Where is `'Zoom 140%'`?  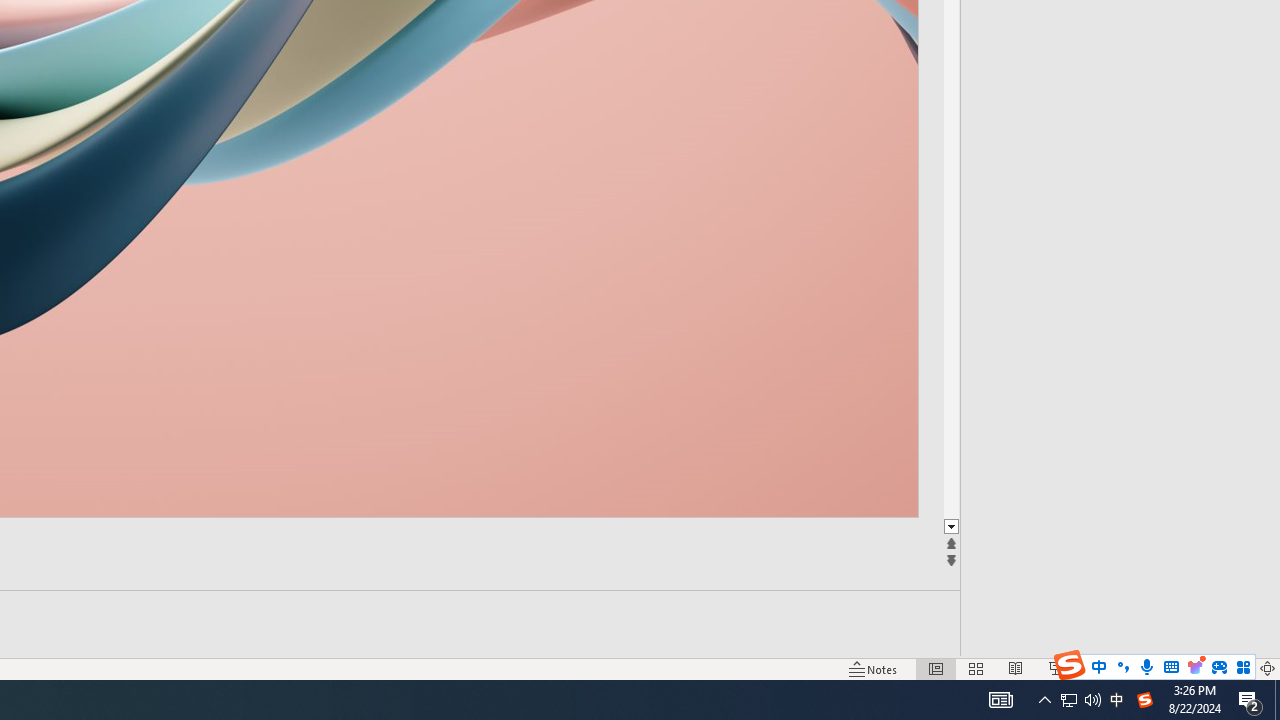 'Zoom 140%' is located at coordinates (1233, 669).